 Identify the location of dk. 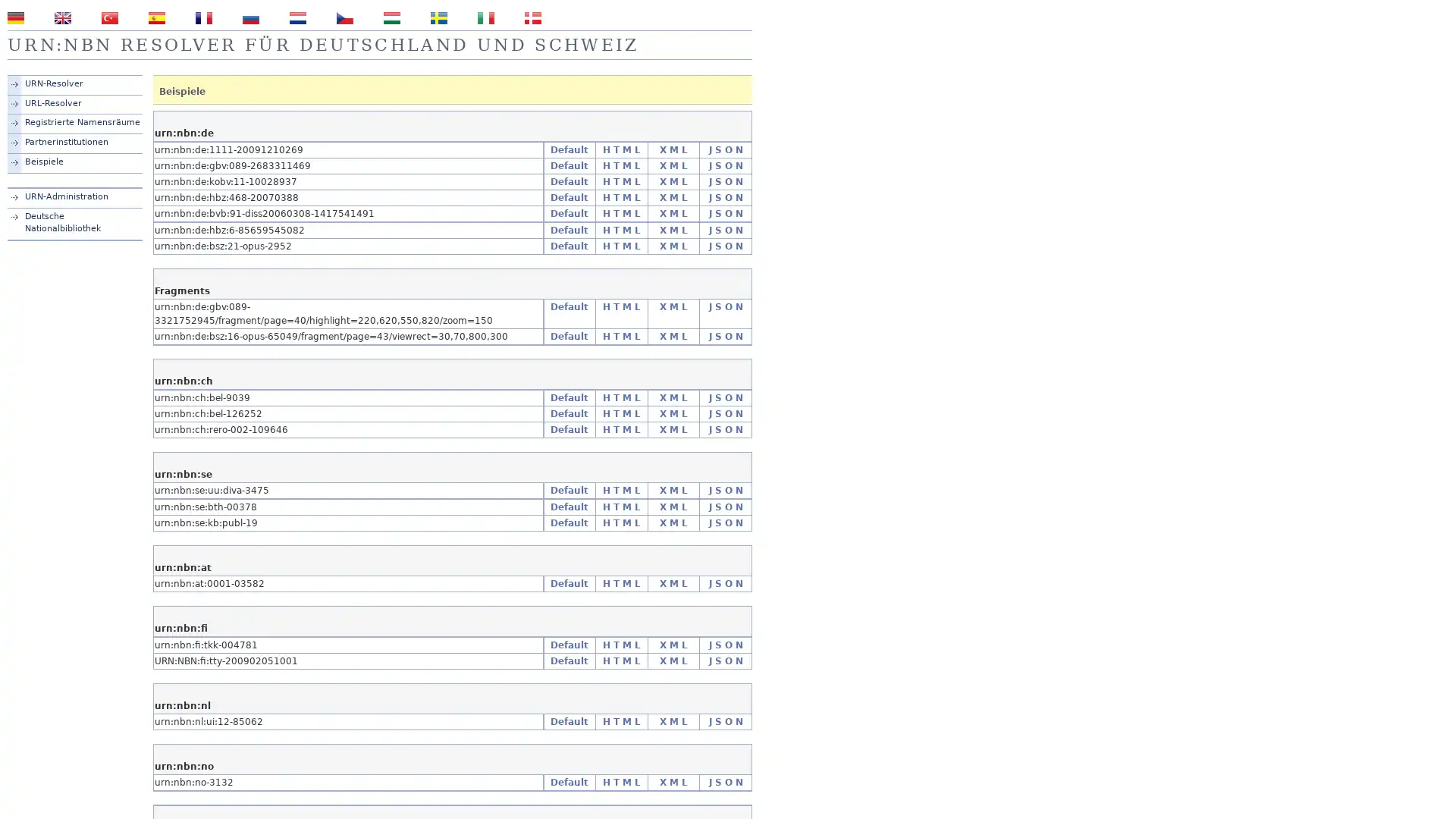
(532, 17).